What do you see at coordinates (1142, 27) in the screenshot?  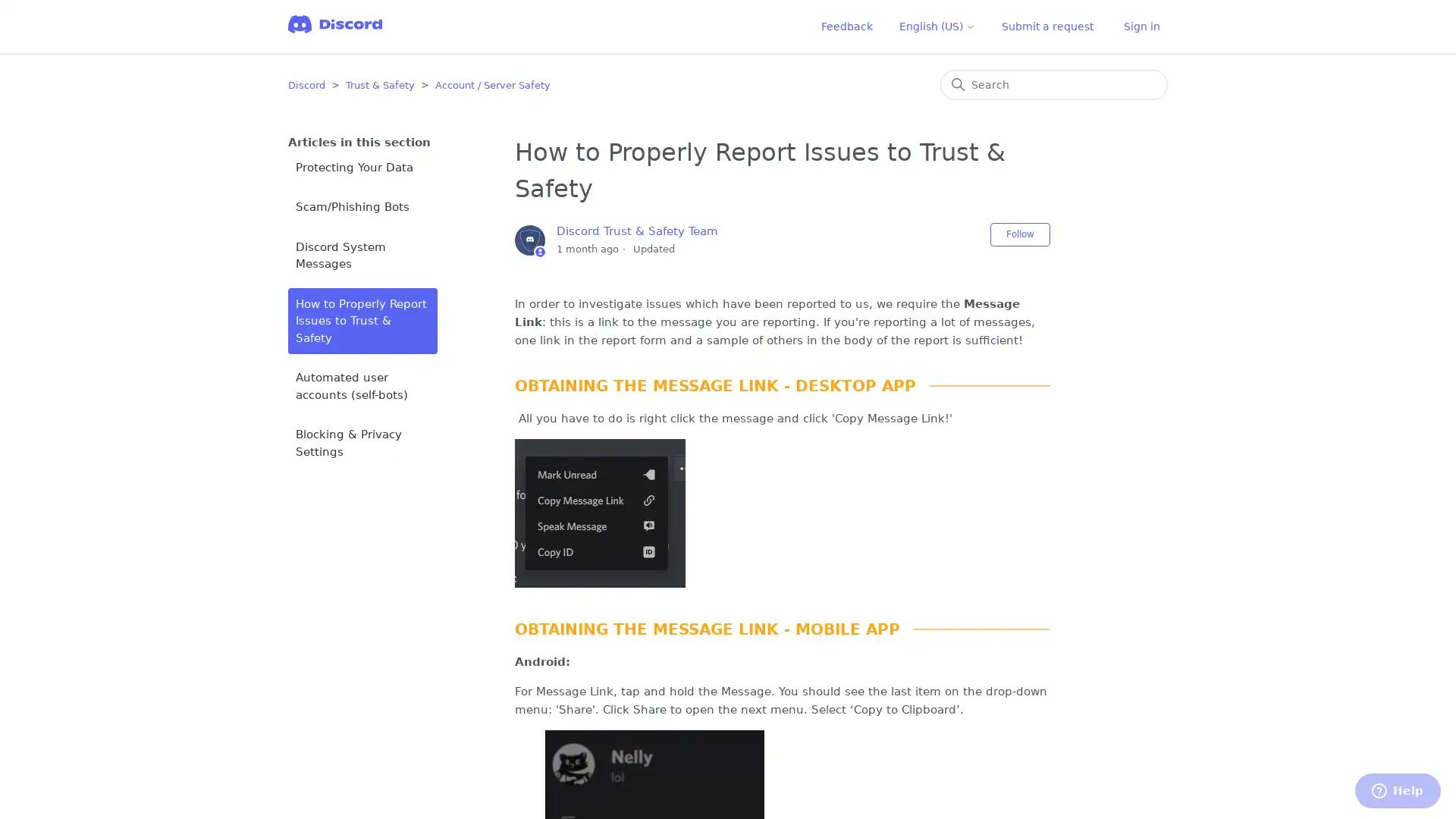 I see `Sign in` at bounding box center [1142, 27].